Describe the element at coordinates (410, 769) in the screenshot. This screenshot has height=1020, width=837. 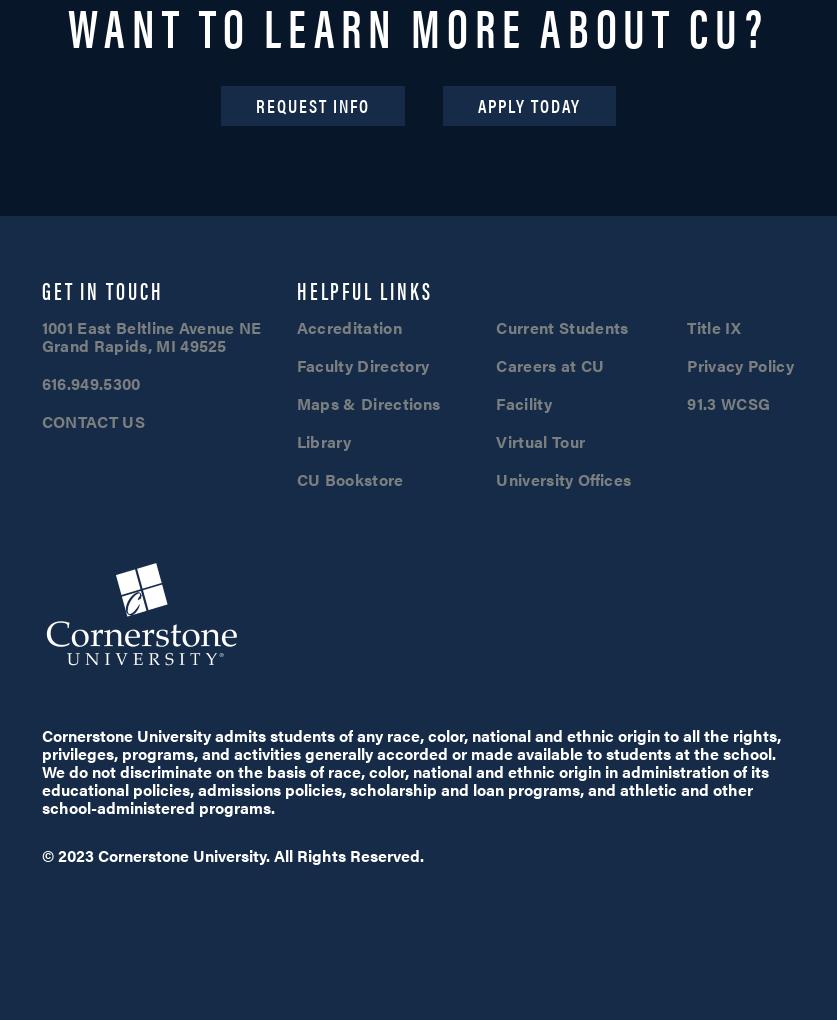
I see `'Cornerstone University admits students of any race, color, national and ethnic origin to all the rights, privileges, programs, and activities generally accorded or made available to students at the school. We do not discriminate on the basis of race, color, national and ethnic origin in administration of its educational policies, admissions policies, scholarship and loan programs, and athletic and other school-administered programs.'` at that location.